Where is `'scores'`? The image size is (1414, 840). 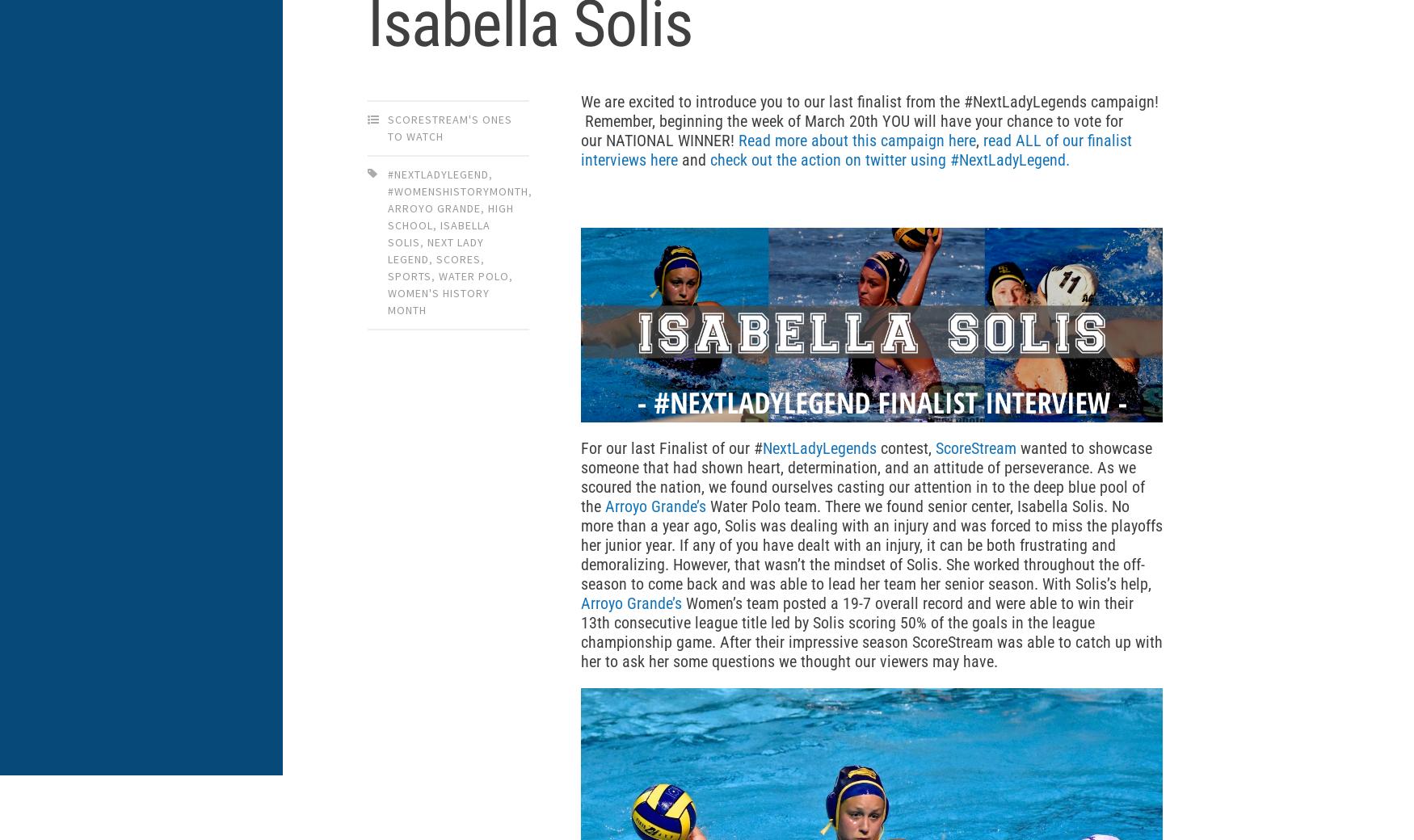
'scores' is located at coordinates (458, 258).